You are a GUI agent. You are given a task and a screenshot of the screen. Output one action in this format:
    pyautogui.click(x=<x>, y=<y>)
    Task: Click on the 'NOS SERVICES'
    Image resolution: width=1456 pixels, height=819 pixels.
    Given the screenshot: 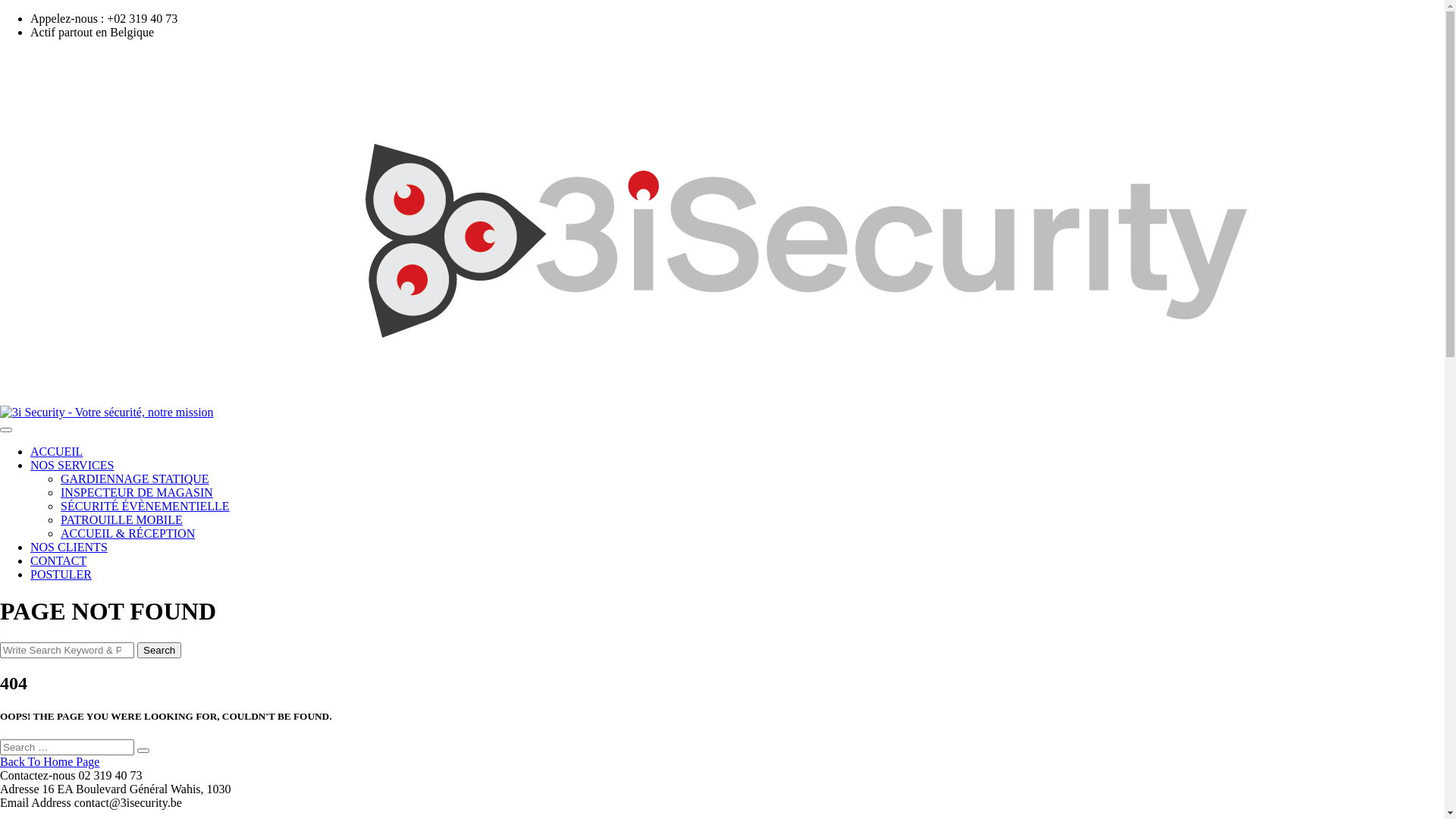 What is the action you would take?
    pyautogui.click(x=71, y=464)
    